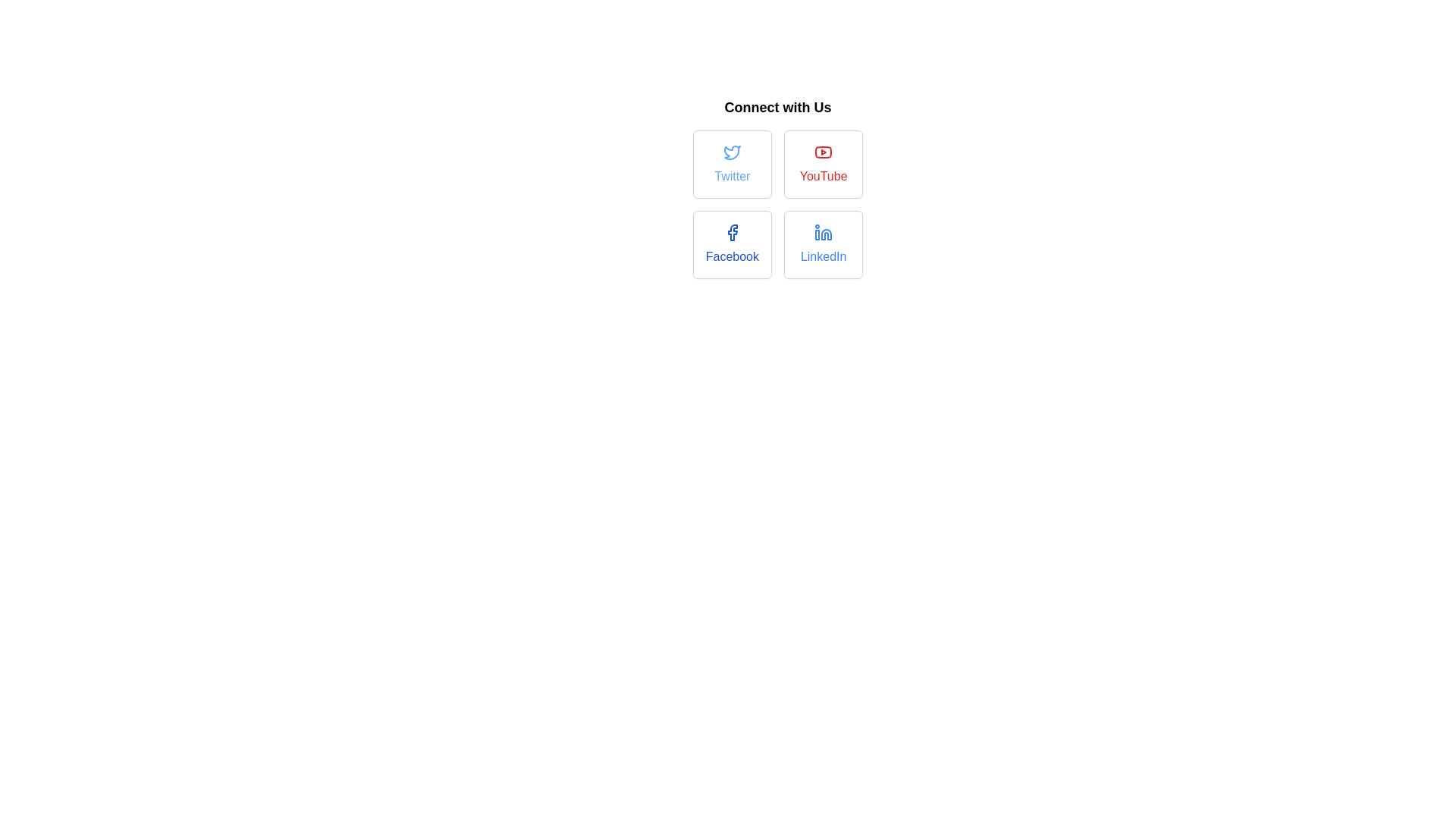 The height and width of the screenshot is (819, 1456). I want to click on the LinkedIn button, which is a rectangular UI card with rounded corners, featuring the LinkedIn logo and the text 'LinkedIn' centered below it, located in the bottom-right corner of a 2x2 grid of social media icons, so click(823, 244).